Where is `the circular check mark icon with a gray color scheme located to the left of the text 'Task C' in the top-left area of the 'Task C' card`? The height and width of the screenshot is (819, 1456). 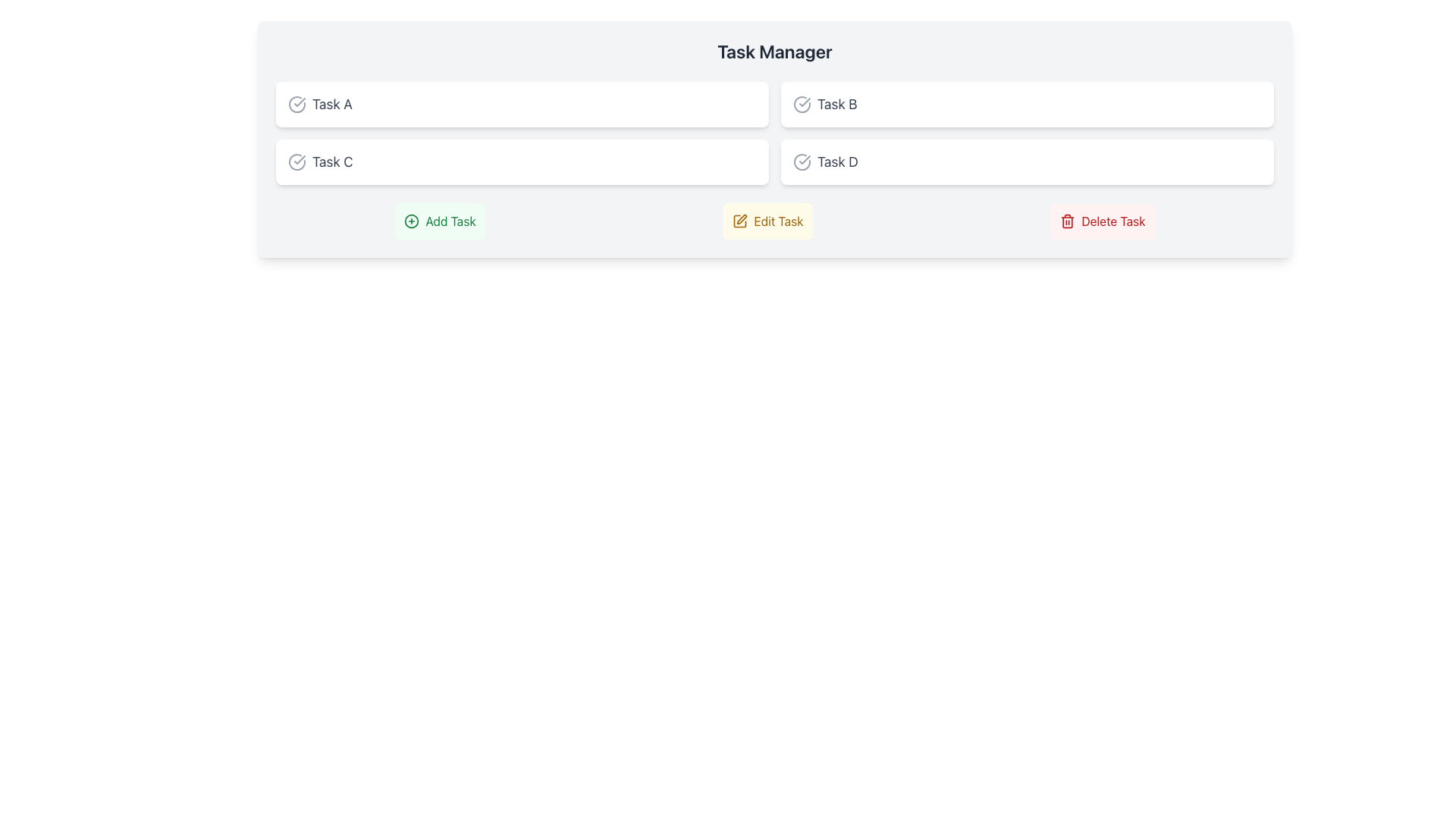 the circular check mark icon with a gray color scheme located to the left of the text 'Task C' in the top-left area of the 'Task C' card is located at coordinates (297, 162).